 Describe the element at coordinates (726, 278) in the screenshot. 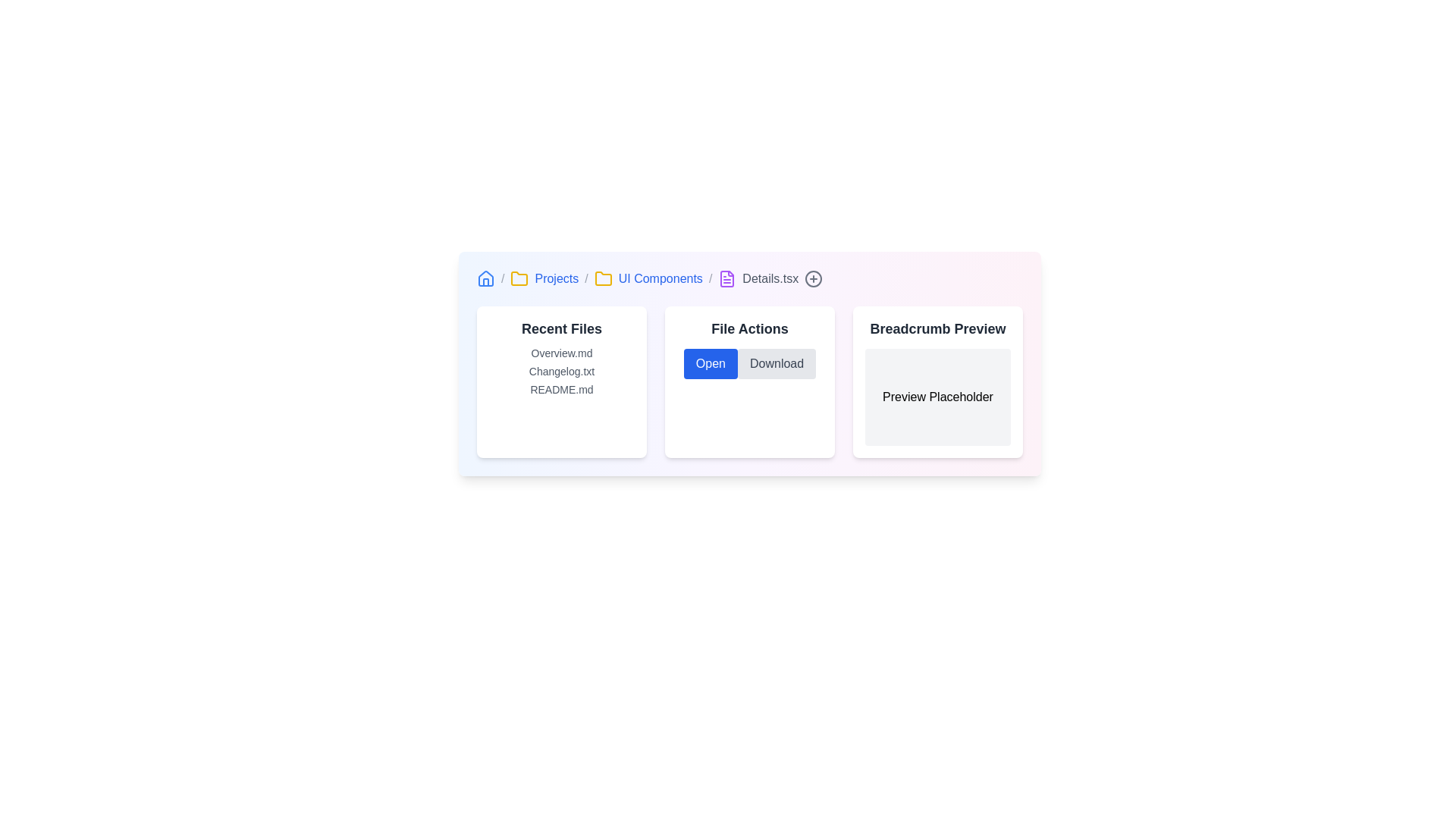

I see `the purple file icon that appears to the right of the breadcrumb navigation bar, directly preceding the text 'Details.tsx'` at that location.